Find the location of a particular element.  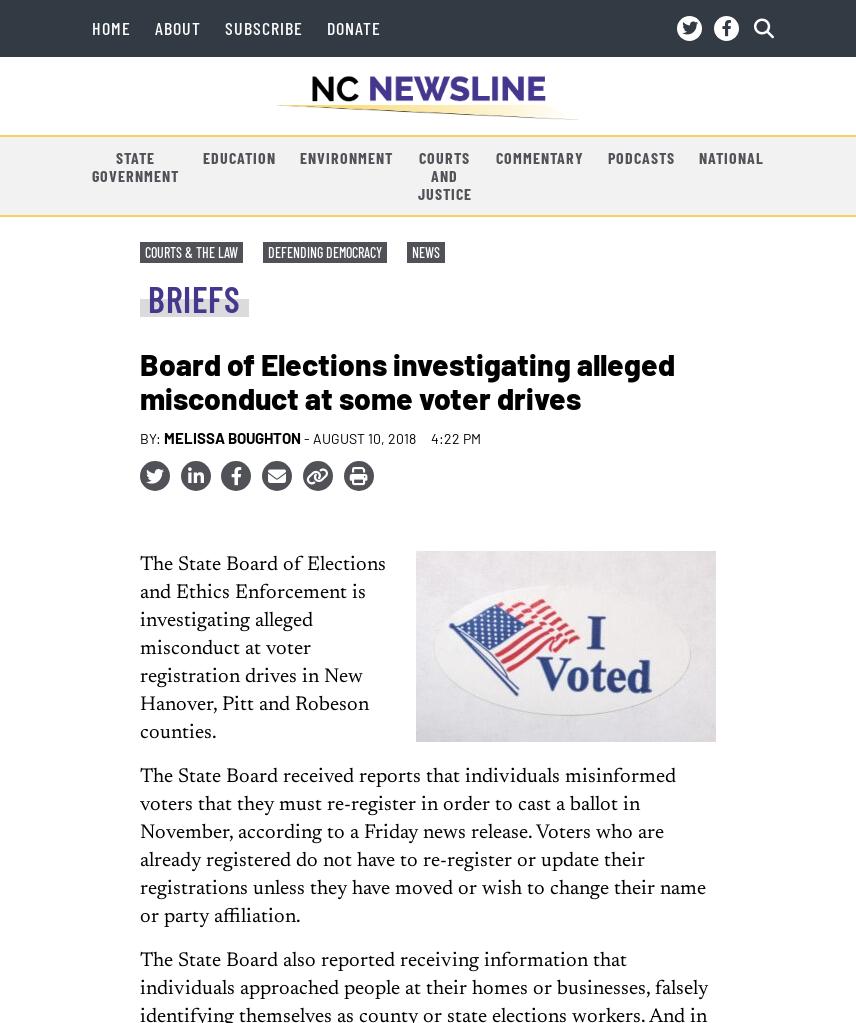

'If you fill out a registration form as part of a registration drive, you may personally return the form to your county board of elections, either in person or by mail. You do not have to give the form back to the voter drive worker.' is located at coordinates (441, 826).